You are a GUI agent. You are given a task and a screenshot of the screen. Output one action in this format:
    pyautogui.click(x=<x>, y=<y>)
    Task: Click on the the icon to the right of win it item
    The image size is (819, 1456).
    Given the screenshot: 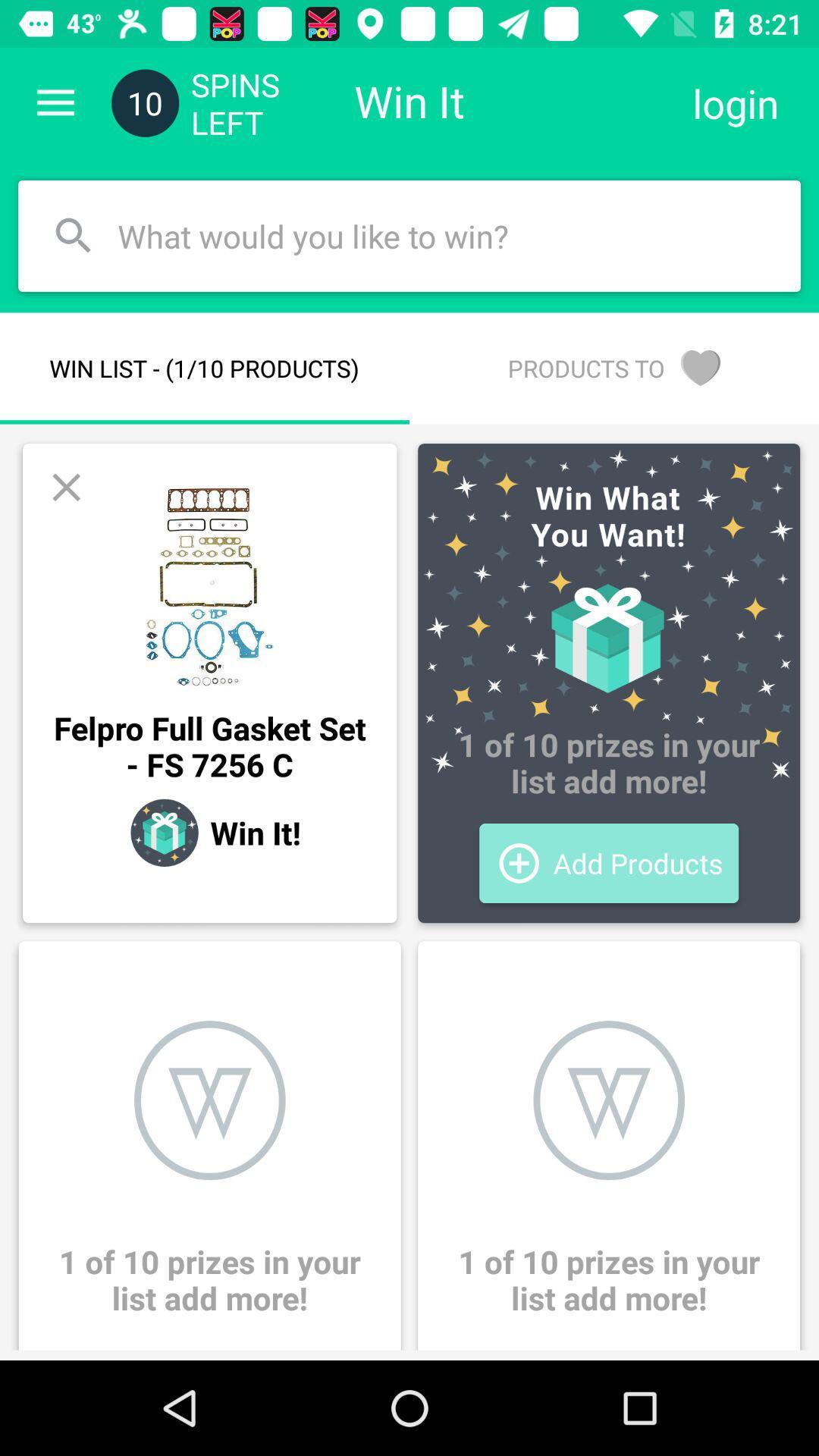 What is the action you would take?
    pyautogui.click(x=735, y=102)
    